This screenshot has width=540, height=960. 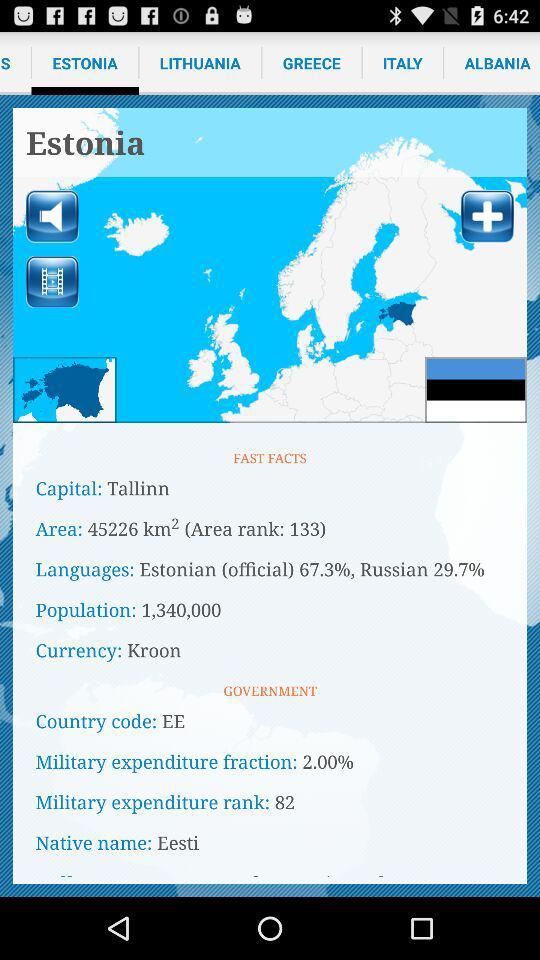 What do you see at coordinates (475, 388) in the screenshot?
I see `flag of region` at bounding box center [475, 388].